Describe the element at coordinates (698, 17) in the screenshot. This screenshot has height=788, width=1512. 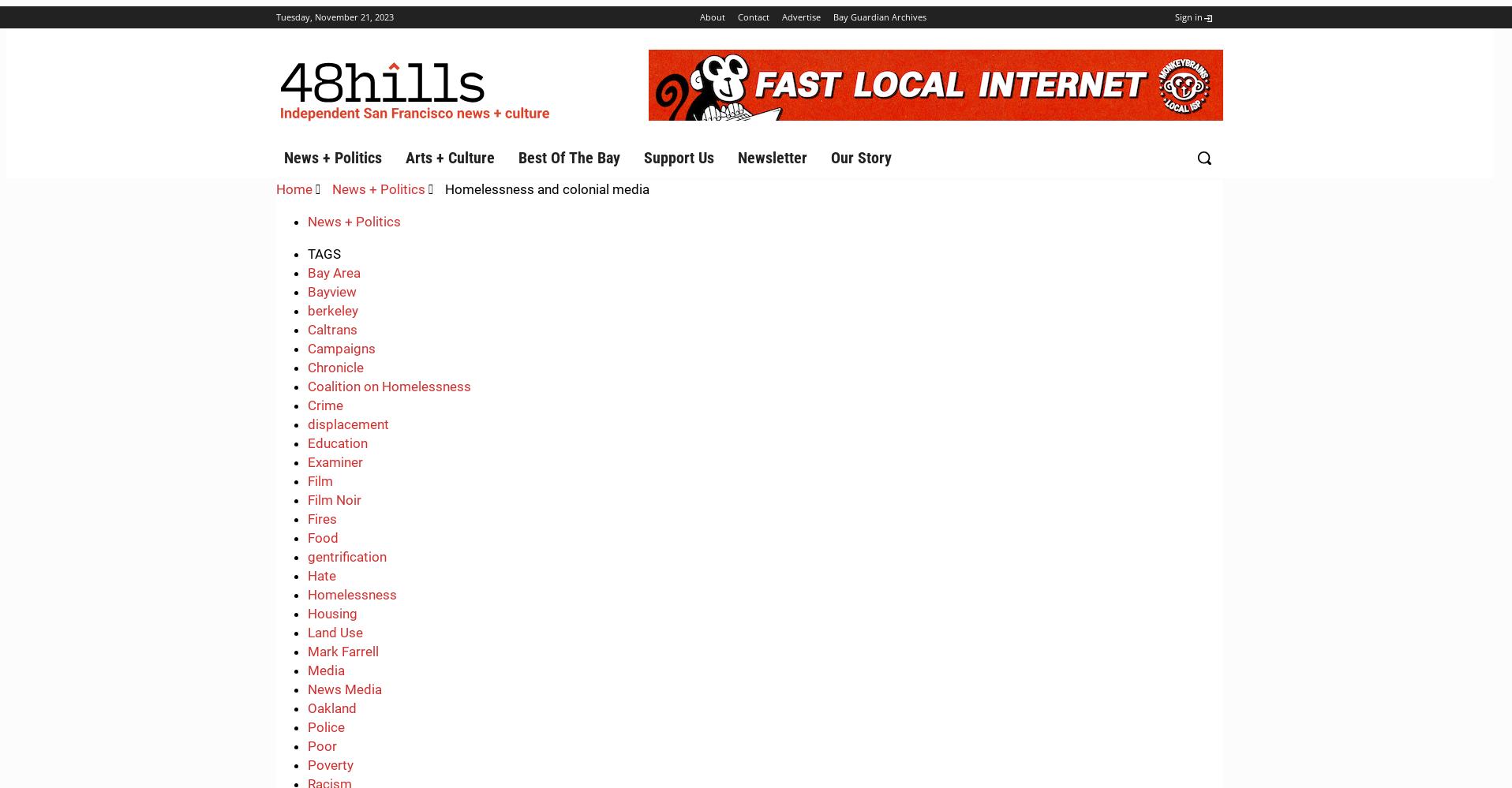
I see `'About'` at that location.